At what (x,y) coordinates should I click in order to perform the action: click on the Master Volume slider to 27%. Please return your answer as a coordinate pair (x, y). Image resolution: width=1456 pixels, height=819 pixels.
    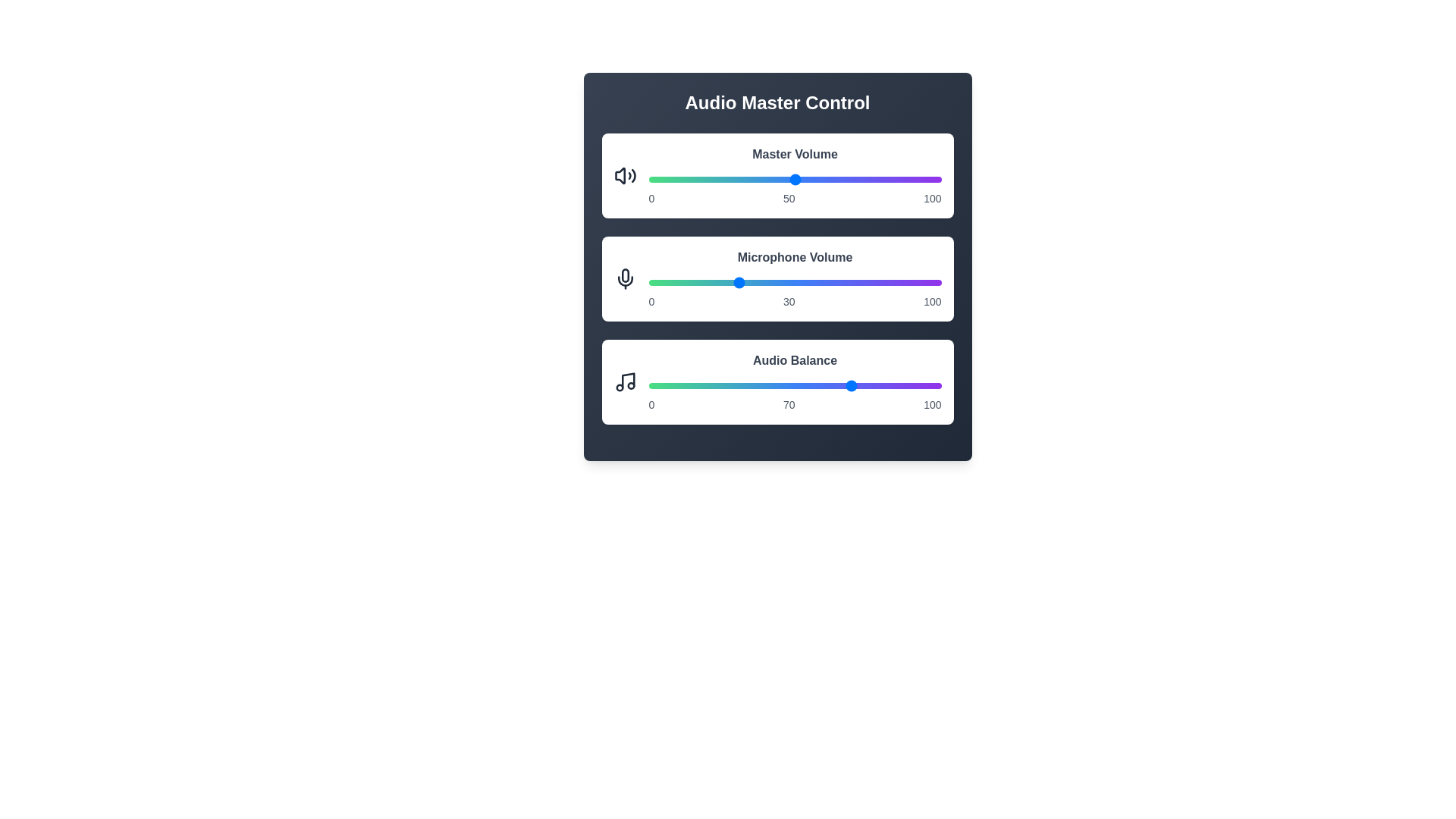
    Looking at the image, I should click on (726, 178).